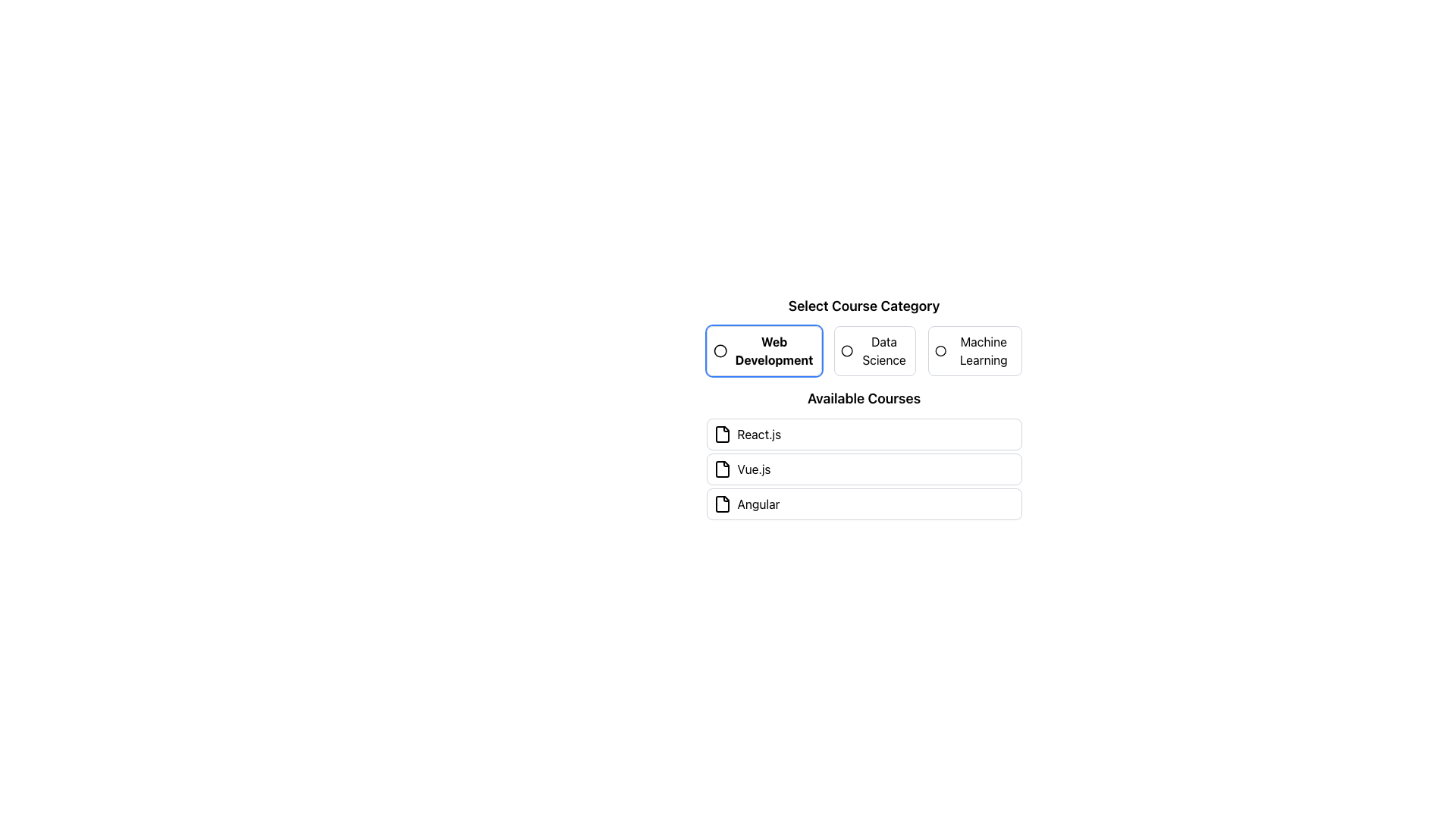 The height and width of the screenshot is (819, 1456). Describe the element at coordinates (721, 504) in the screenshot. I see `the document icon, which is a thin rectangular outline styled in black and shaped like a sheet of paper with a folded top-right corner, located at the bottom of the 'Available Courses' section, aligned with the 'Angular' course label` at that location.